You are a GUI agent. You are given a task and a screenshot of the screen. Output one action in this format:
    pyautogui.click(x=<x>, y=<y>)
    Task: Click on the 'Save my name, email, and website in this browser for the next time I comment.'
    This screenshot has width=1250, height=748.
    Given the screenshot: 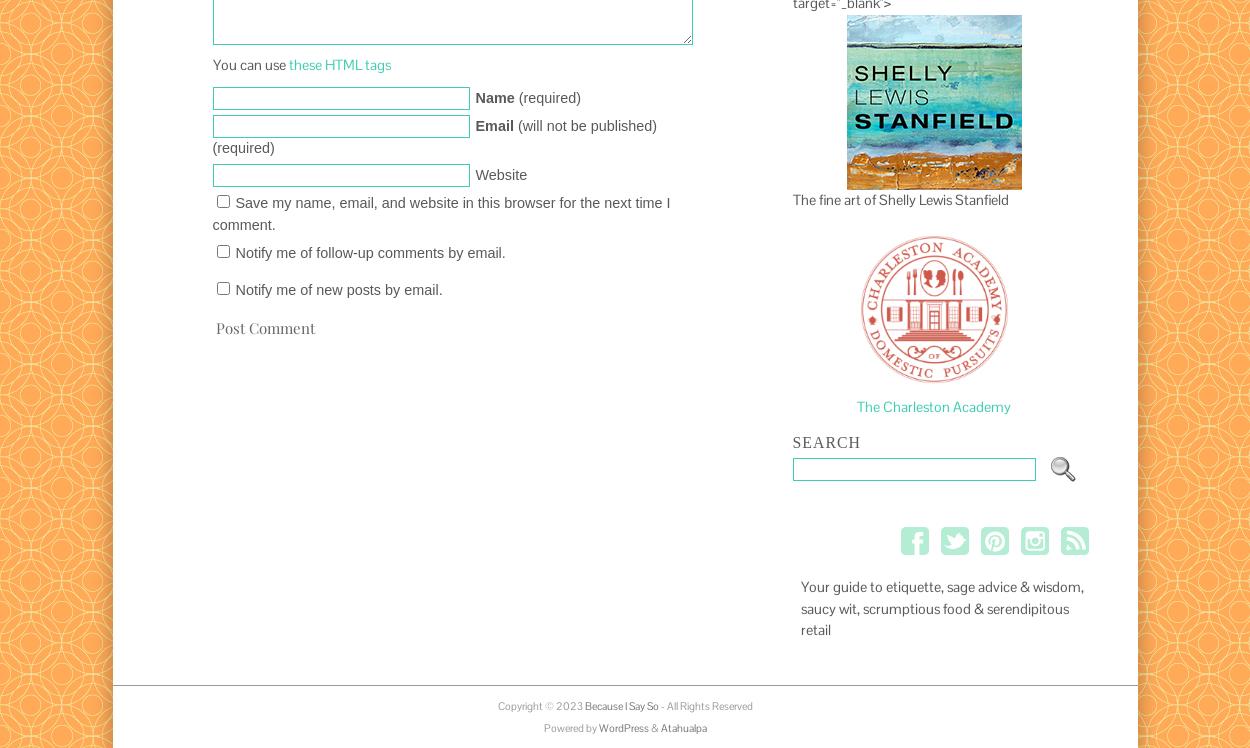 What is the action you would take?
    pyautogui.click(x=440, y=213)
    